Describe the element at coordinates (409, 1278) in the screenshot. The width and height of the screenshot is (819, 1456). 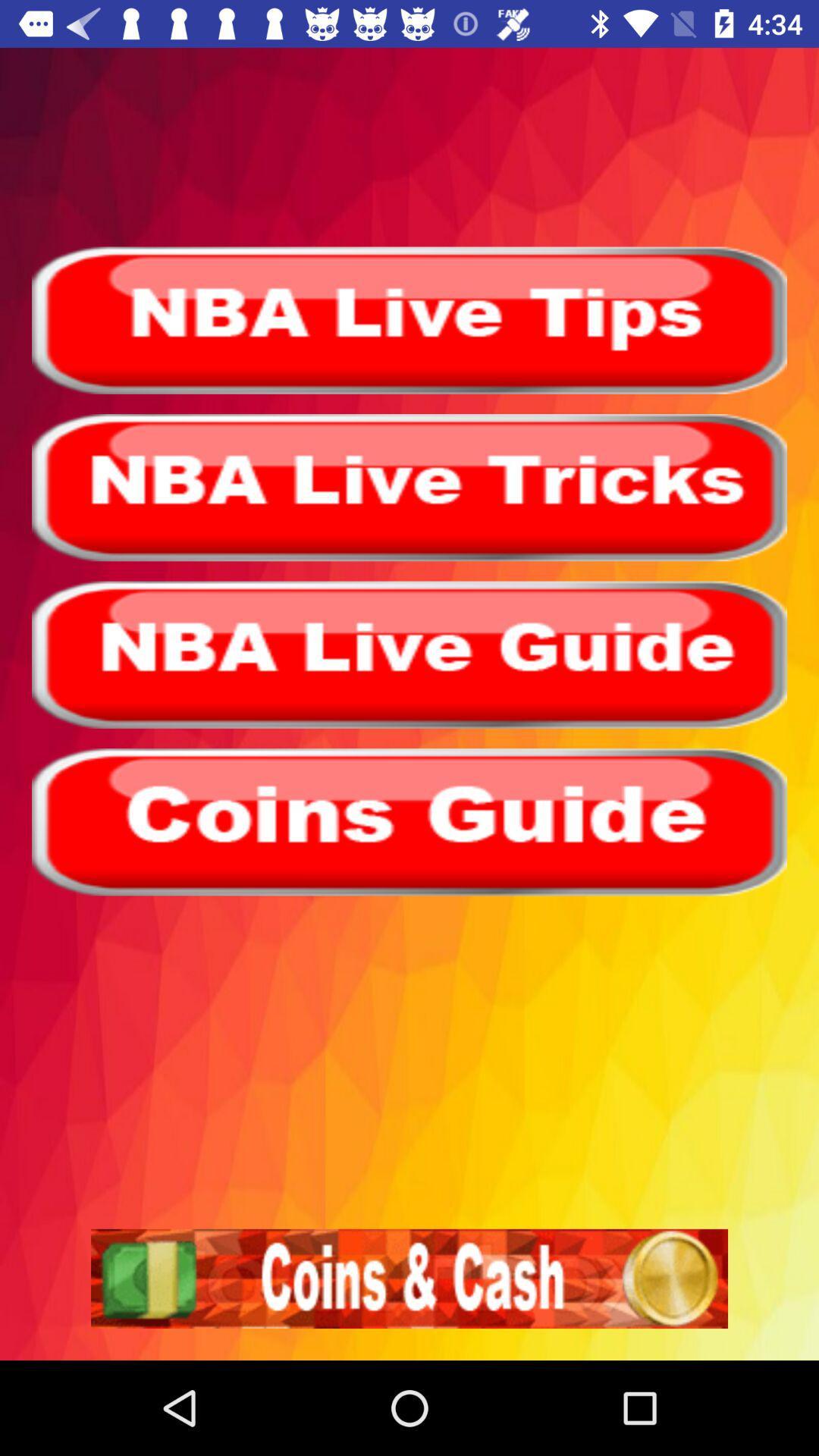
I see `open cash store` at that location.